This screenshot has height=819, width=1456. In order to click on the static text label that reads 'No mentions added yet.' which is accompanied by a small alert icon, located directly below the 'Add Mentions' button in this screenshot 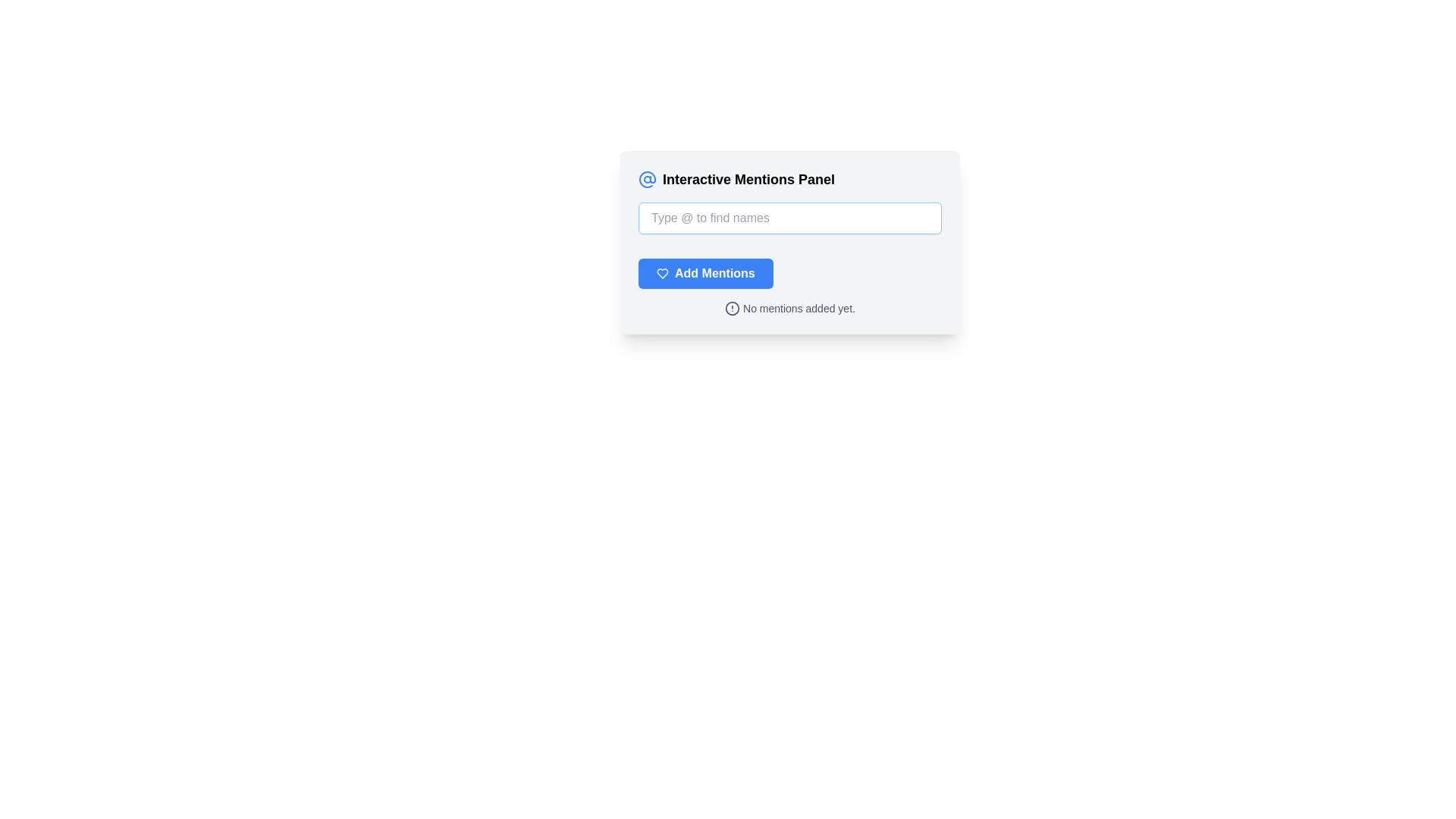, I will do `click(789, 302)`.